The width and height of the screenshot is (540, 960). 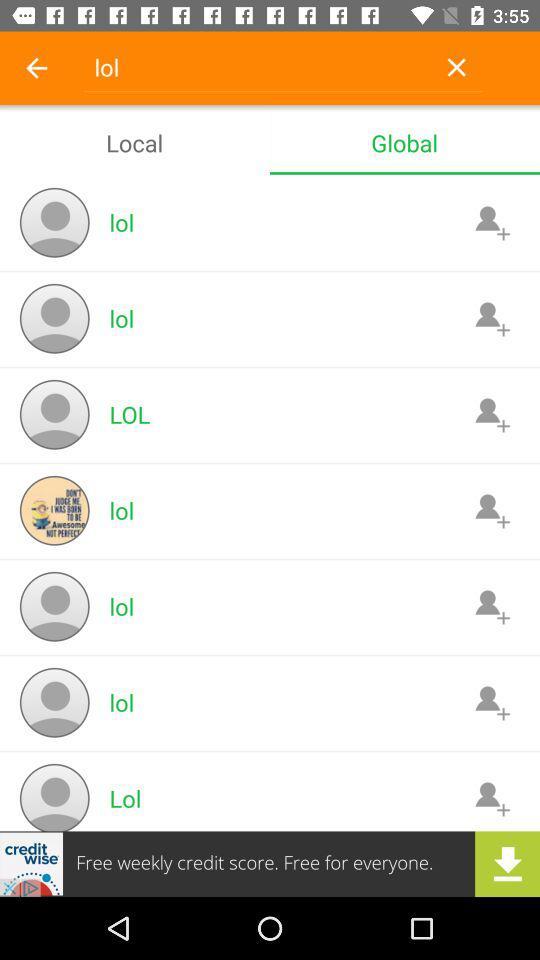 What do you see at coordinates (491, 413) in the screenshot?
I see `person lol` at bounding box center [491, 413].